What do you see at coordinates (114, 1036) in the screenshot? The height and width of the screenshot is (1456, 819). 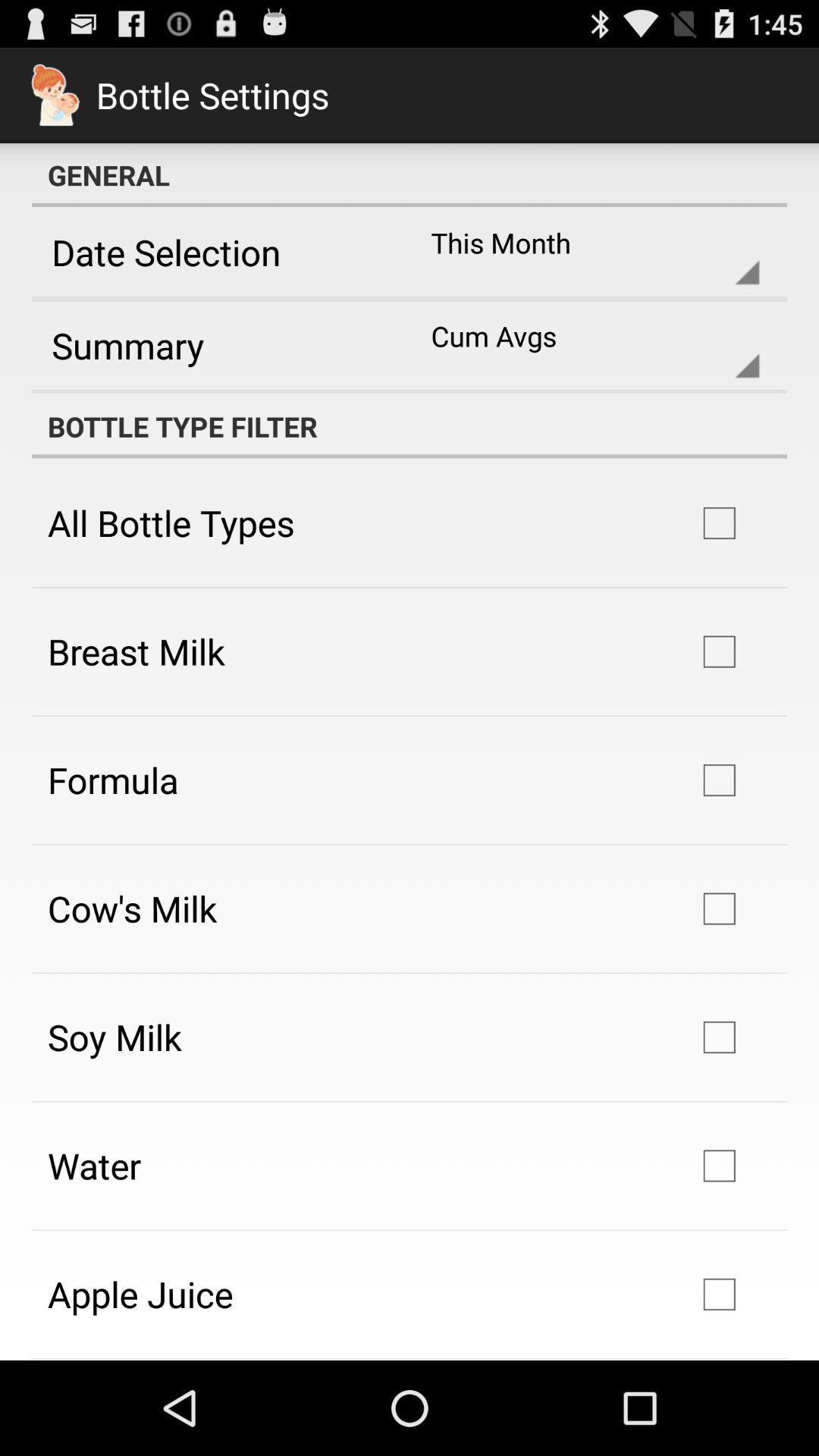 I see `soy milk` at bounding box center [114, 1036].